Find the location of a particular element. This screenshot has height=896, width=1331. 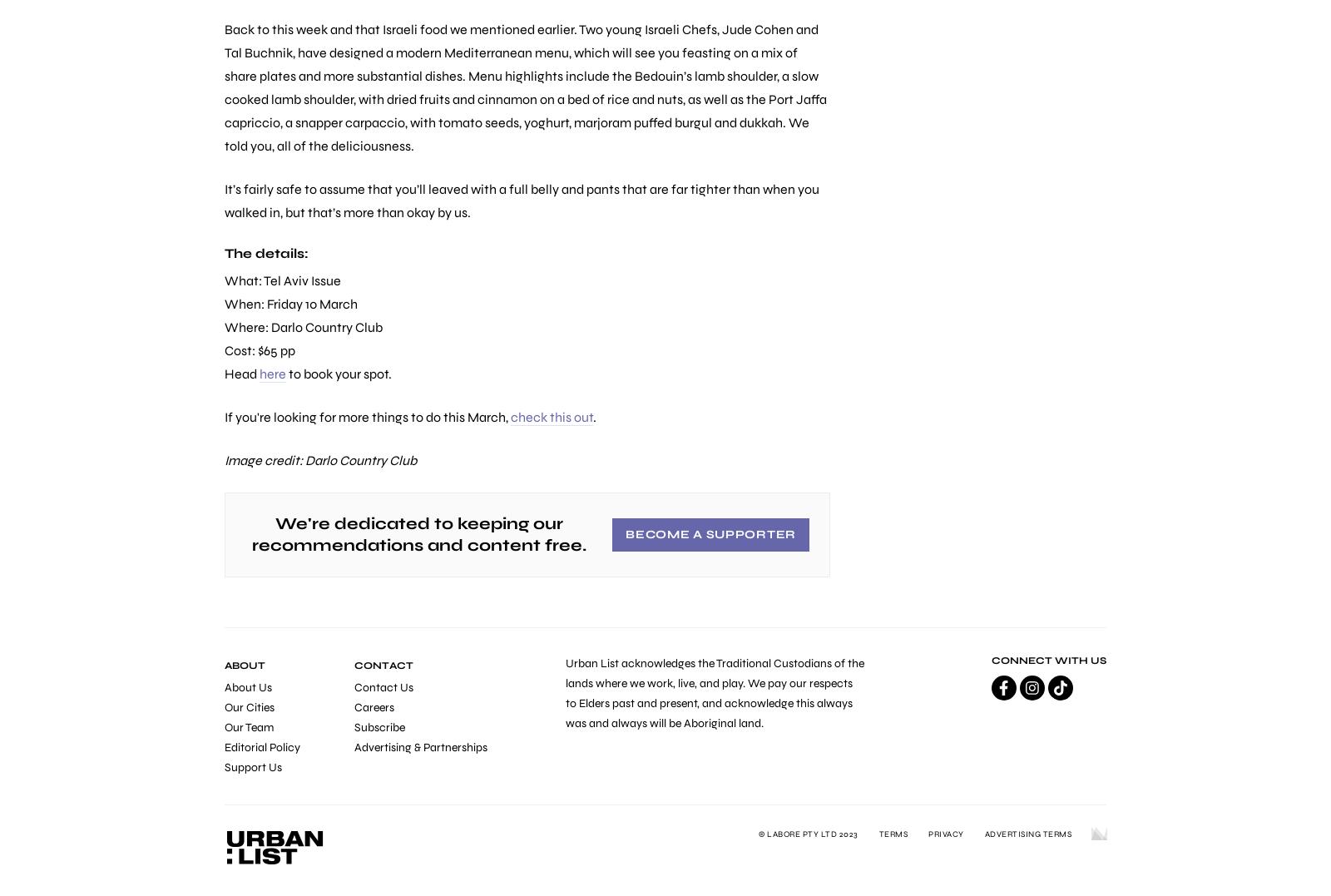

'Advertising & Partnerships' is located at coordinates (418, 747).